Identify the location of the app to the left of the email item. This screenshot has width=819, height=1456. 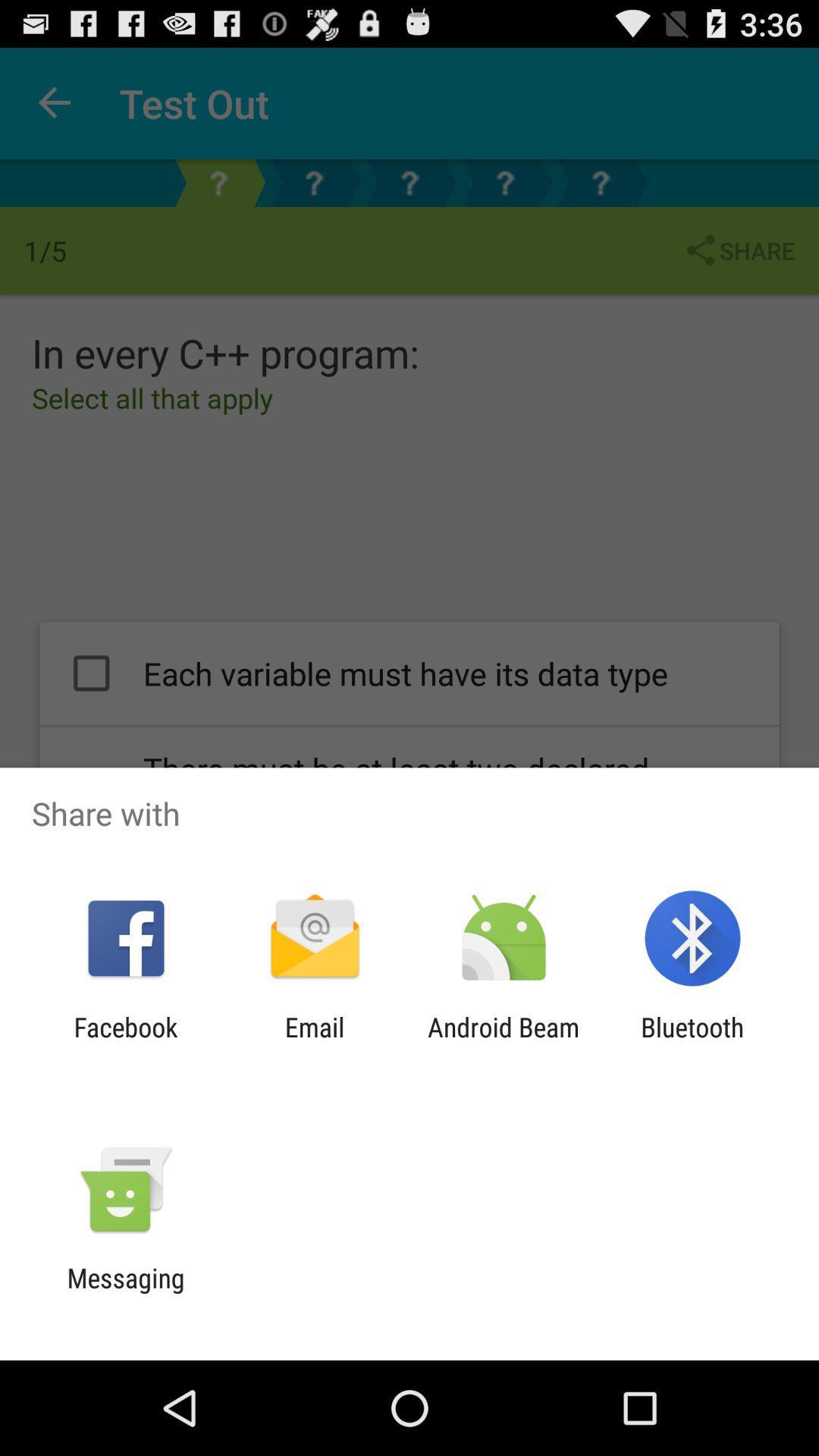
(125, 1042).